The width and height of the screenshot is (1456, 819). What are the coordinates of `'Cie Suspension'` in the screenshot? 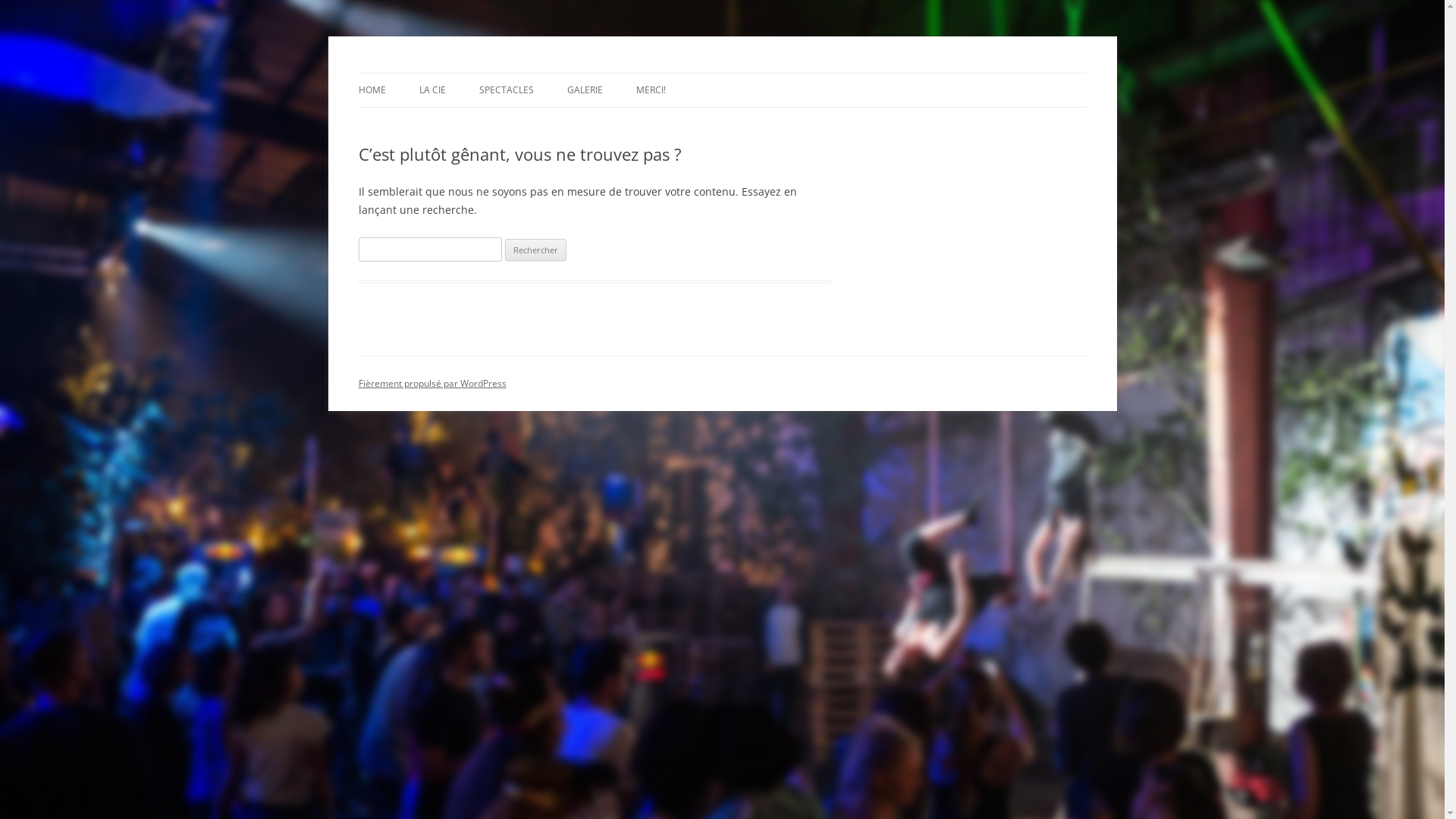 It's located at (430, 73).